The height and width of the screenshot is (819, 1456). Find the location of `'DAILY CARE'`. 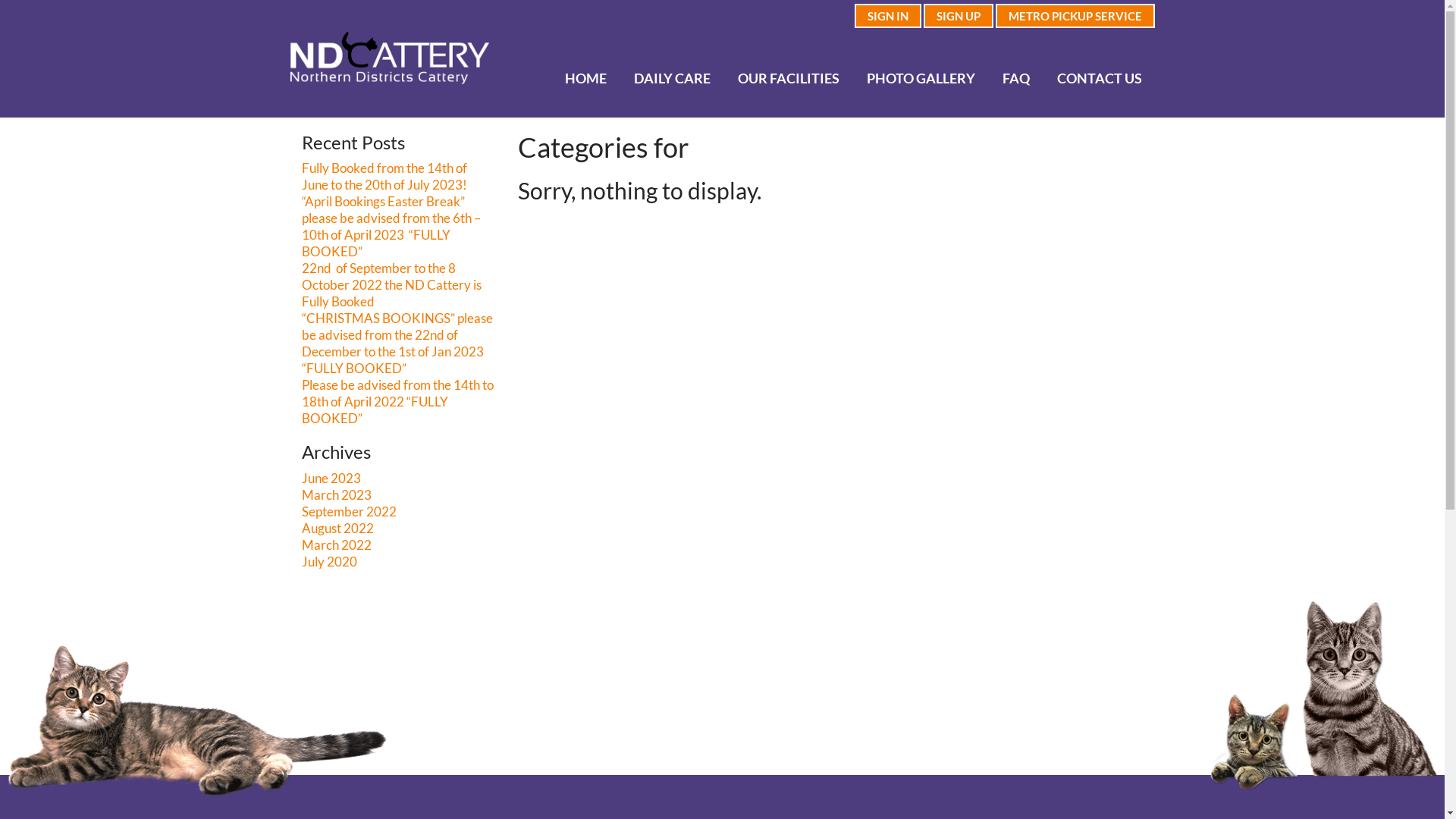

'DAILY CARE' is located at coordinates (672, 77).